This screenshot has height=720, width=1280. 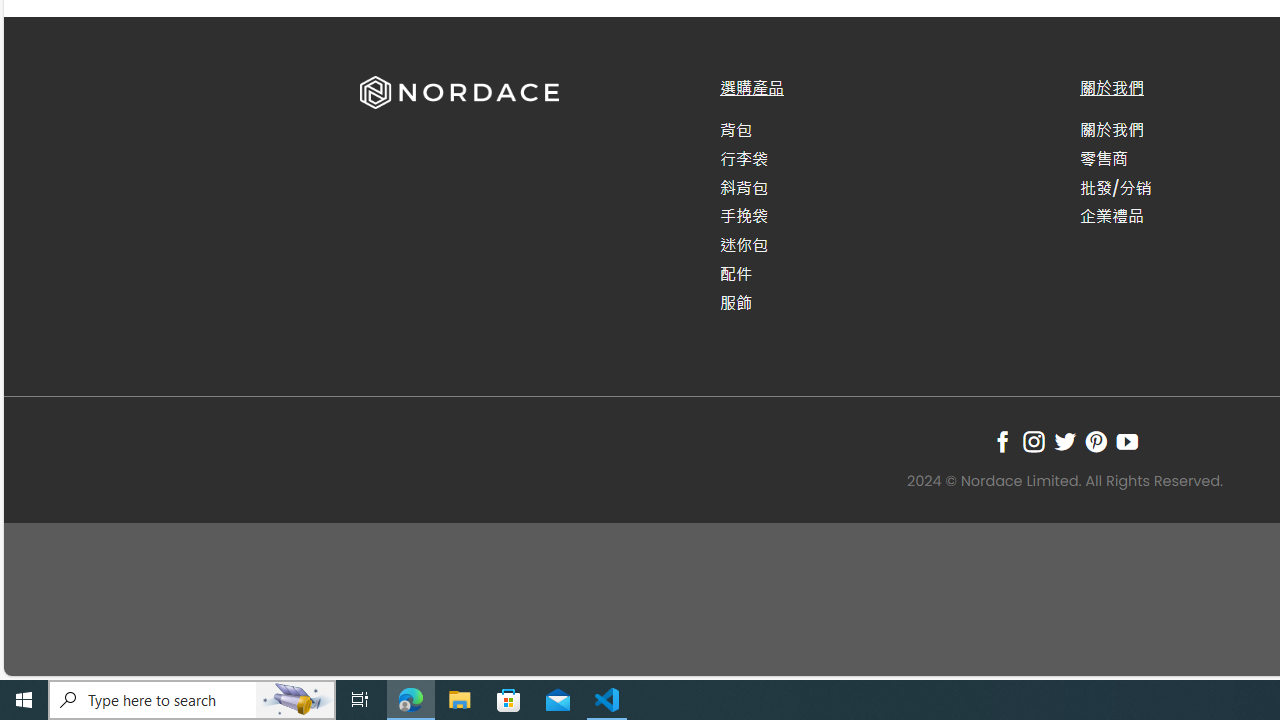 I want to click on 'Follow on Instagram', so click(x=1033, y=440).